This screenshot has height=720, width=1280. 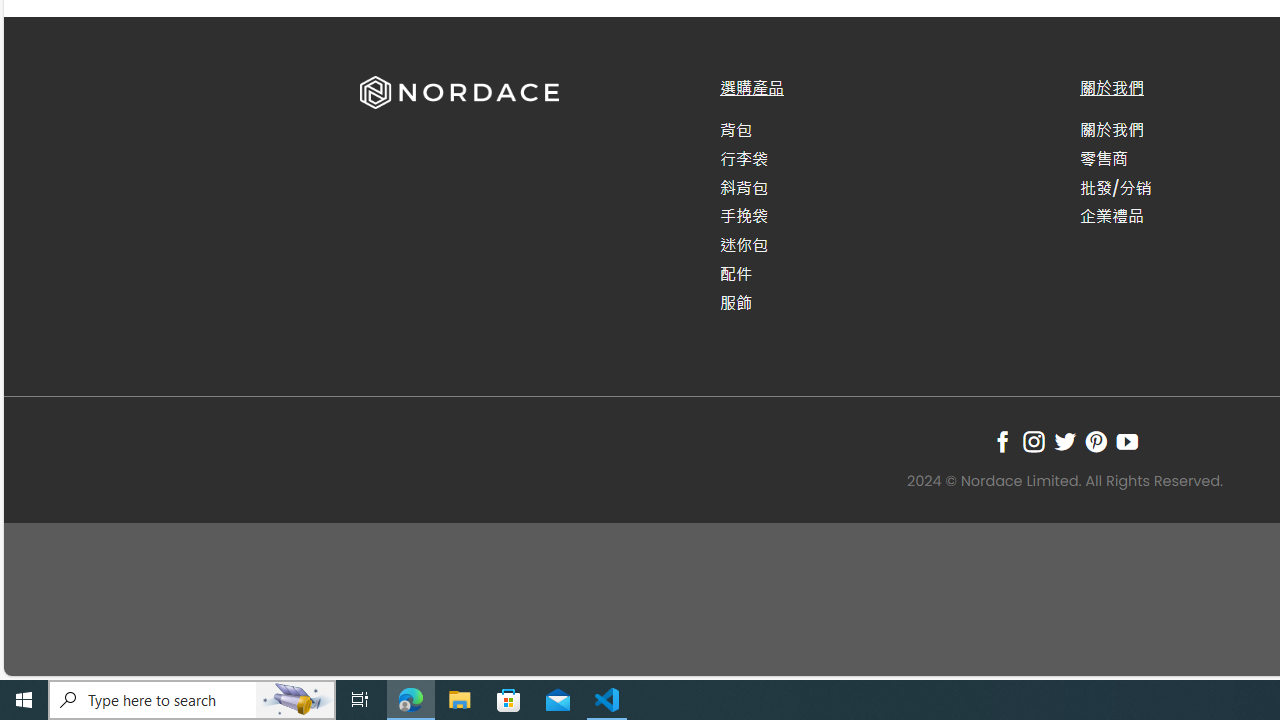 I want to click on 'Follow on Instagram', so click(x=1033, y=440).